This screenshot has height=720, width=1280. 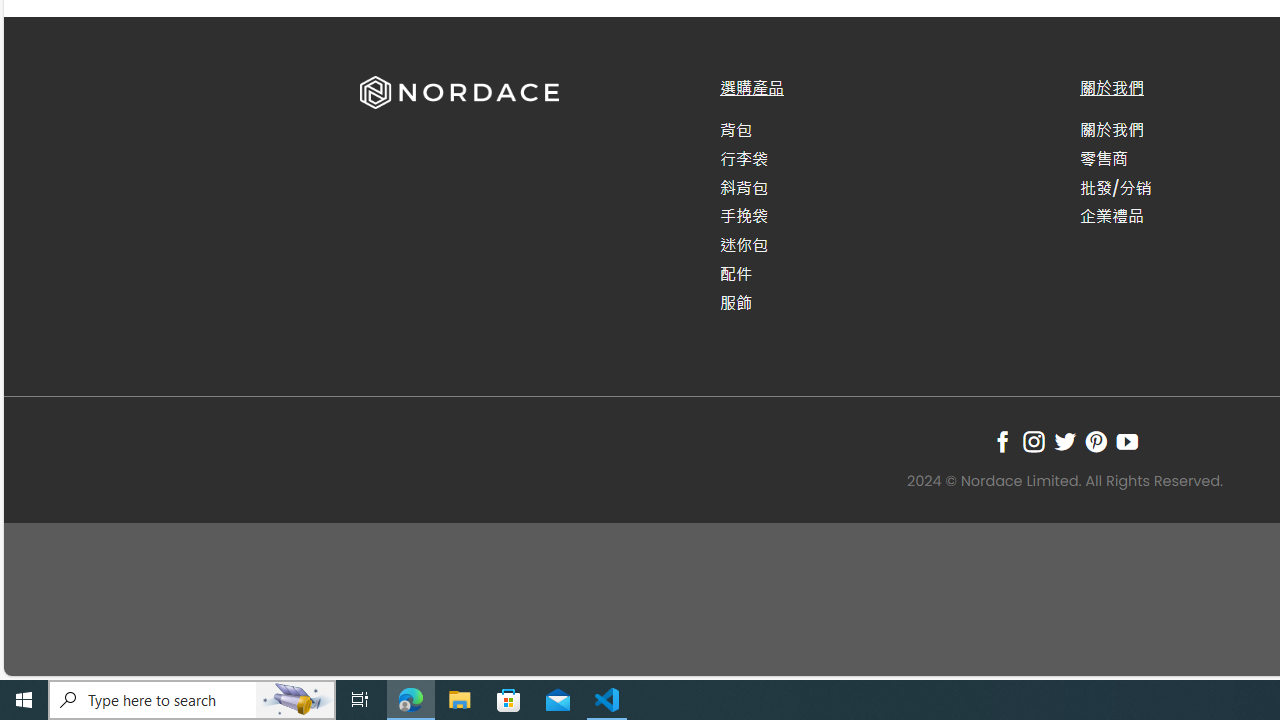 I want to click on 'Follow on Instagram', so click(x=1033, y=440).